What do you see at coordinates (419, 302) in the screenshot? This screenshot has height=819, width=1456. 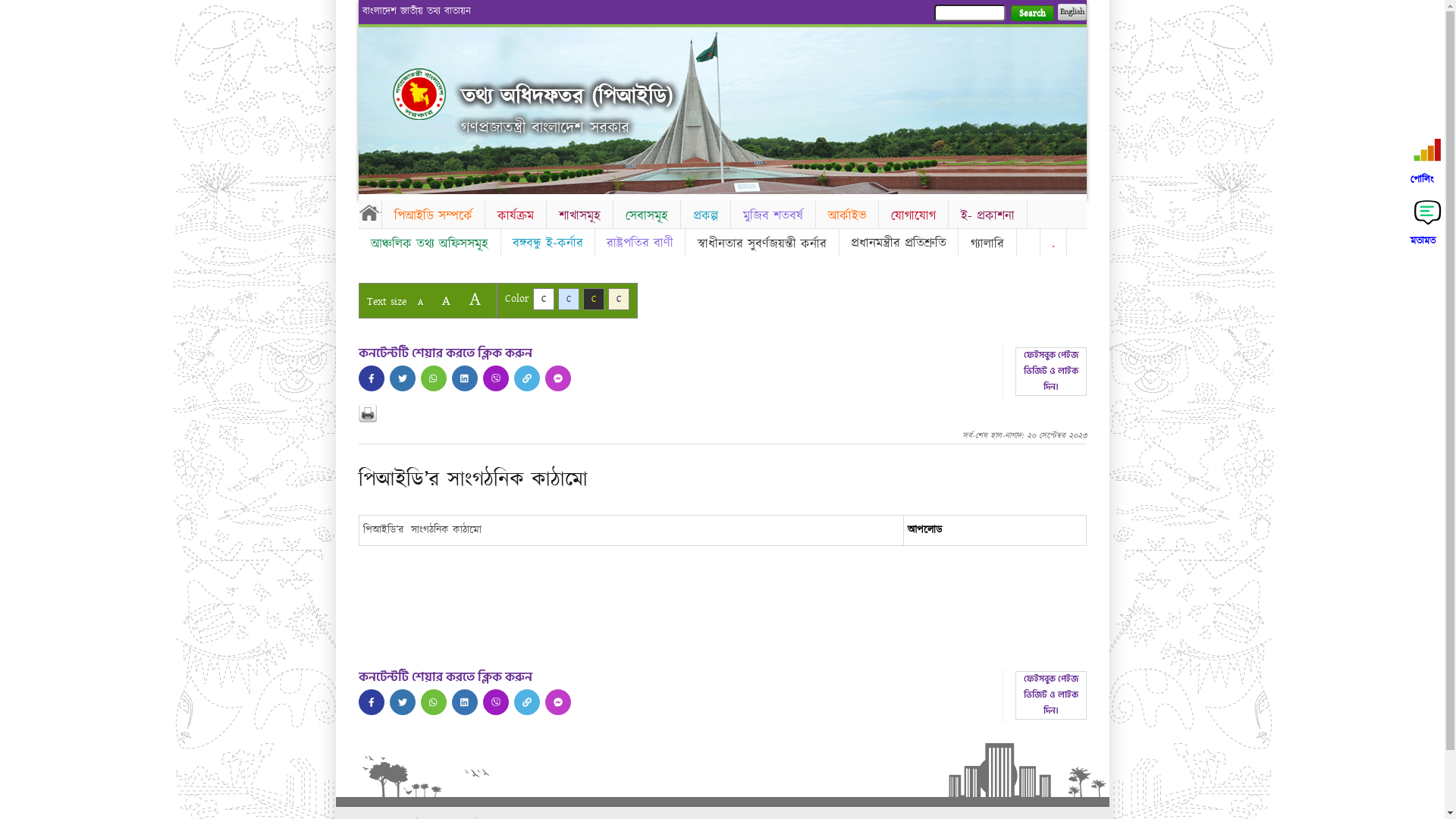 I see `'A'` at bounding box center [419, 302].